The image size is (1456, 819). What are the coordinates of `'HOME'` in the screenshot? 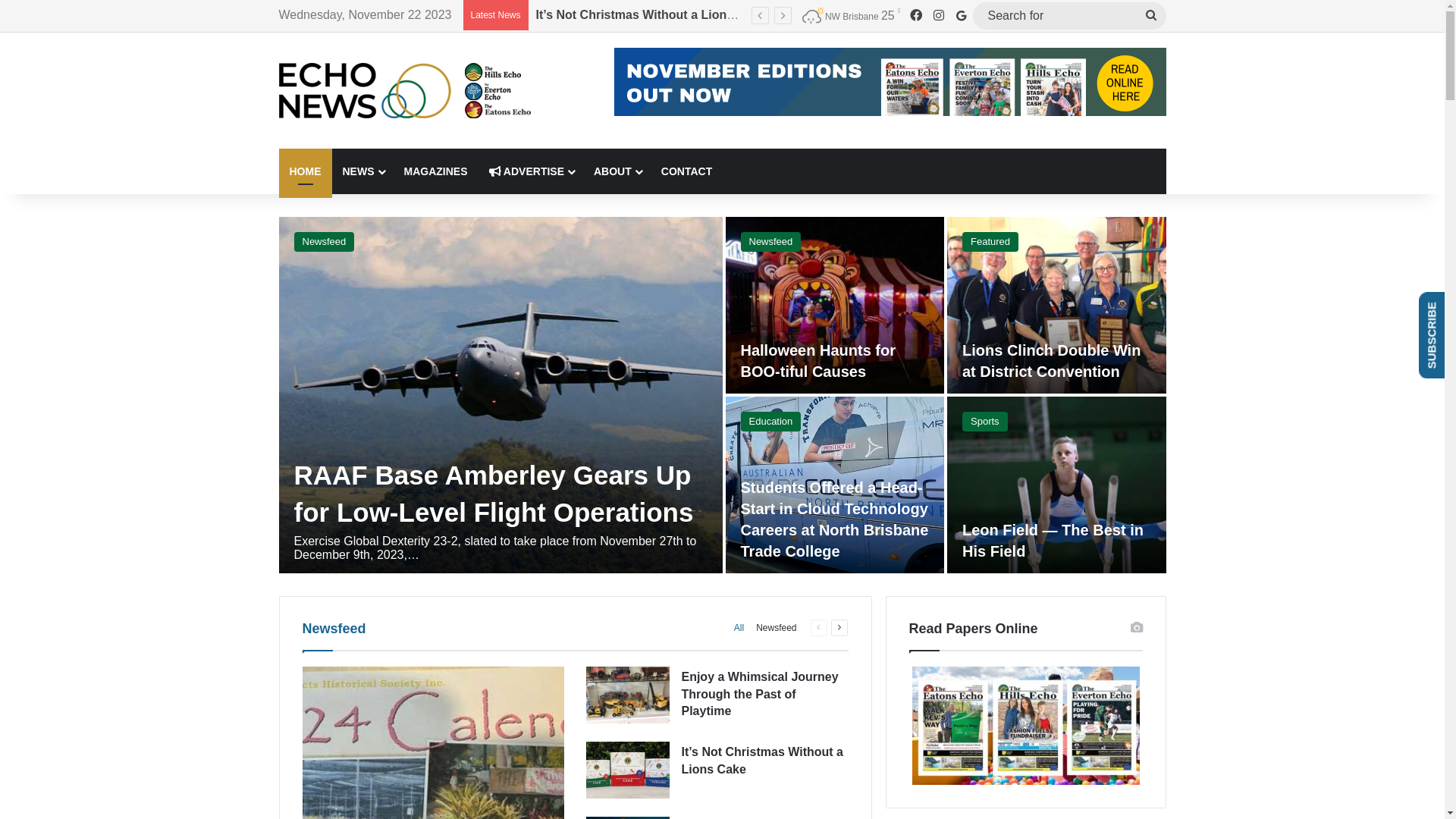 It's located at (305, 171).